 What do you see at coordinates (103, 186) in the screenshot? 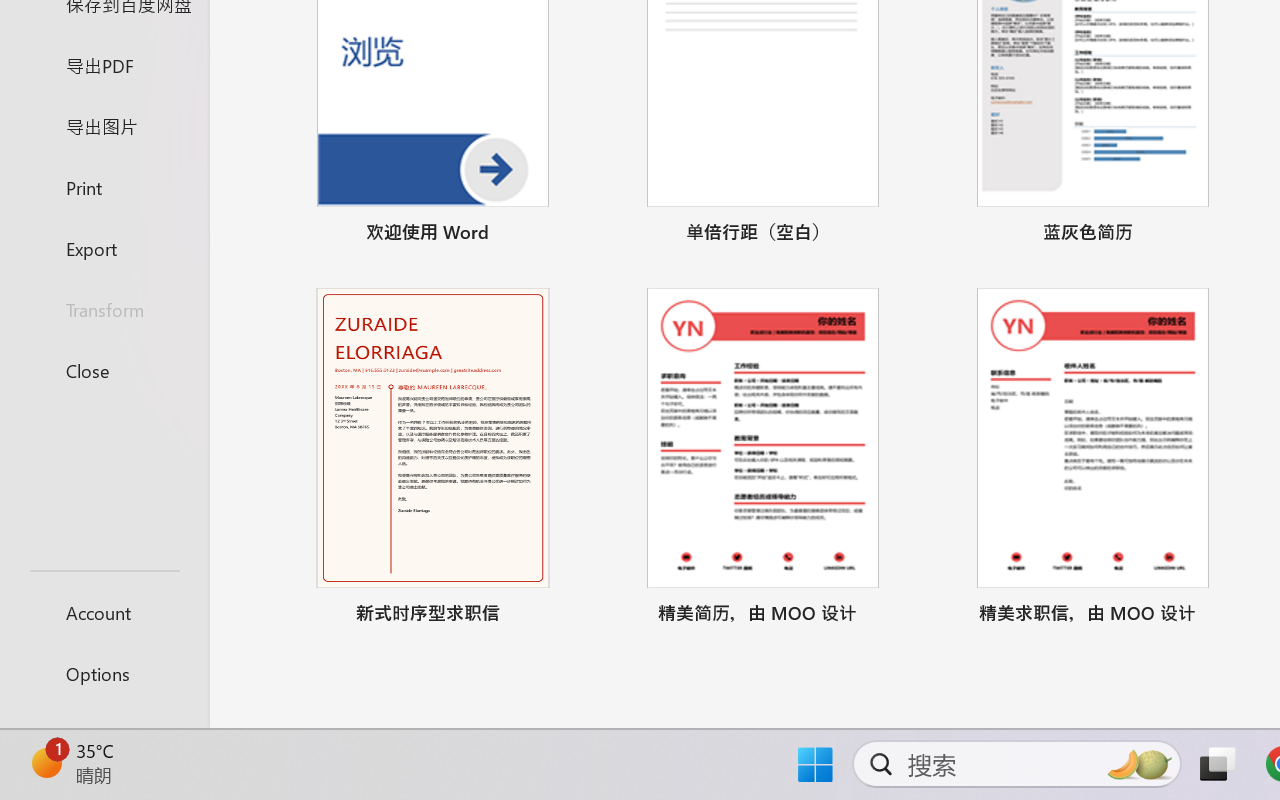
I see `'Print'` at bounding box center [103, 186].